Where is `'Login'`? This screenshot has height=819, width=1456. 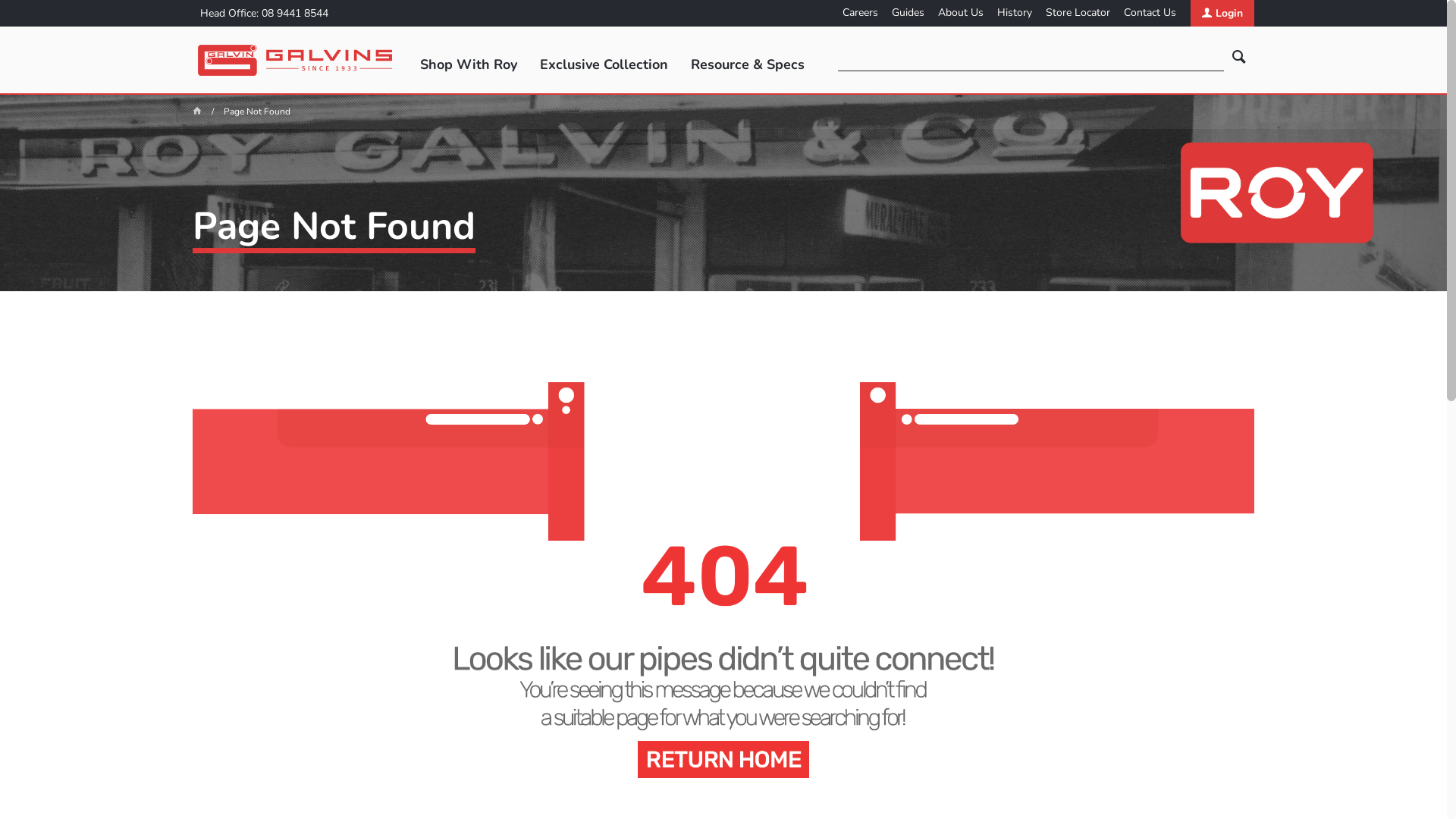 'Login' is located at coordinates (1222, 13).